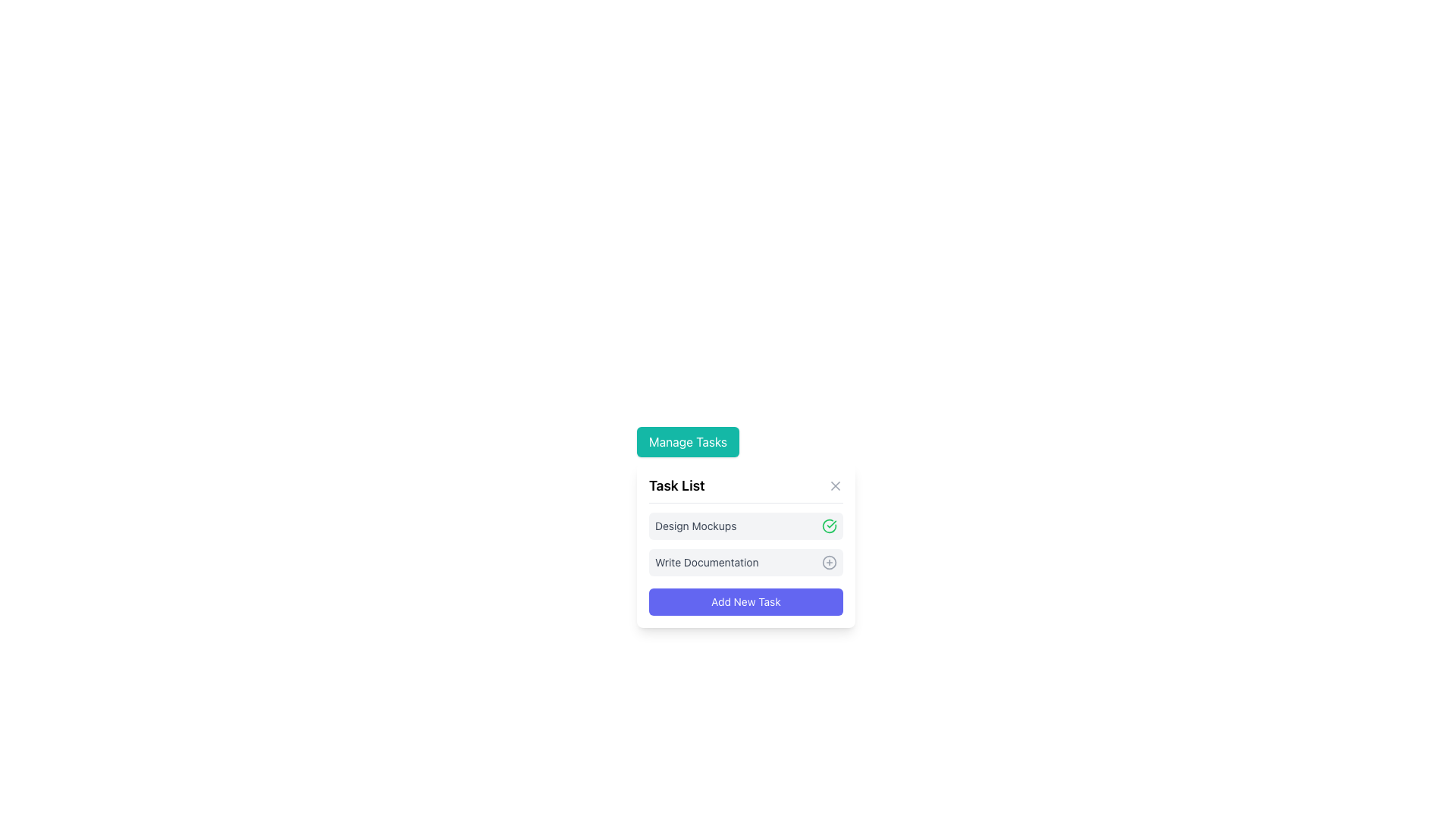 The image size is (1456, 819). I want to click on the small circular gray button with an 'X' mark located at the top-right corner of the 'Task List' section, so click(834, 485).